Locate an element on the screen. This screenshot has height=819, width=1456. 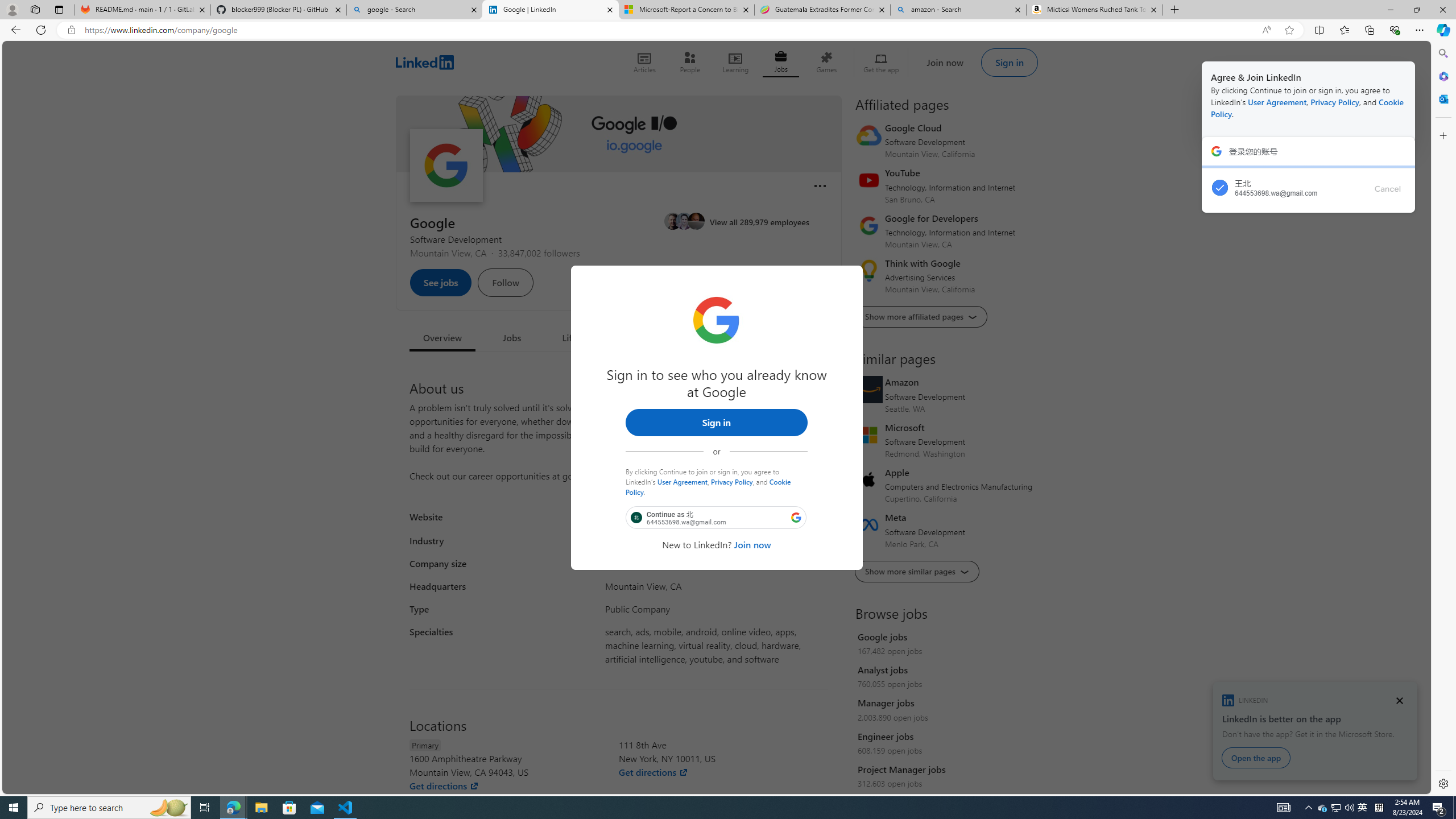
'amazon - Search' is located at coordinates (957, 9).